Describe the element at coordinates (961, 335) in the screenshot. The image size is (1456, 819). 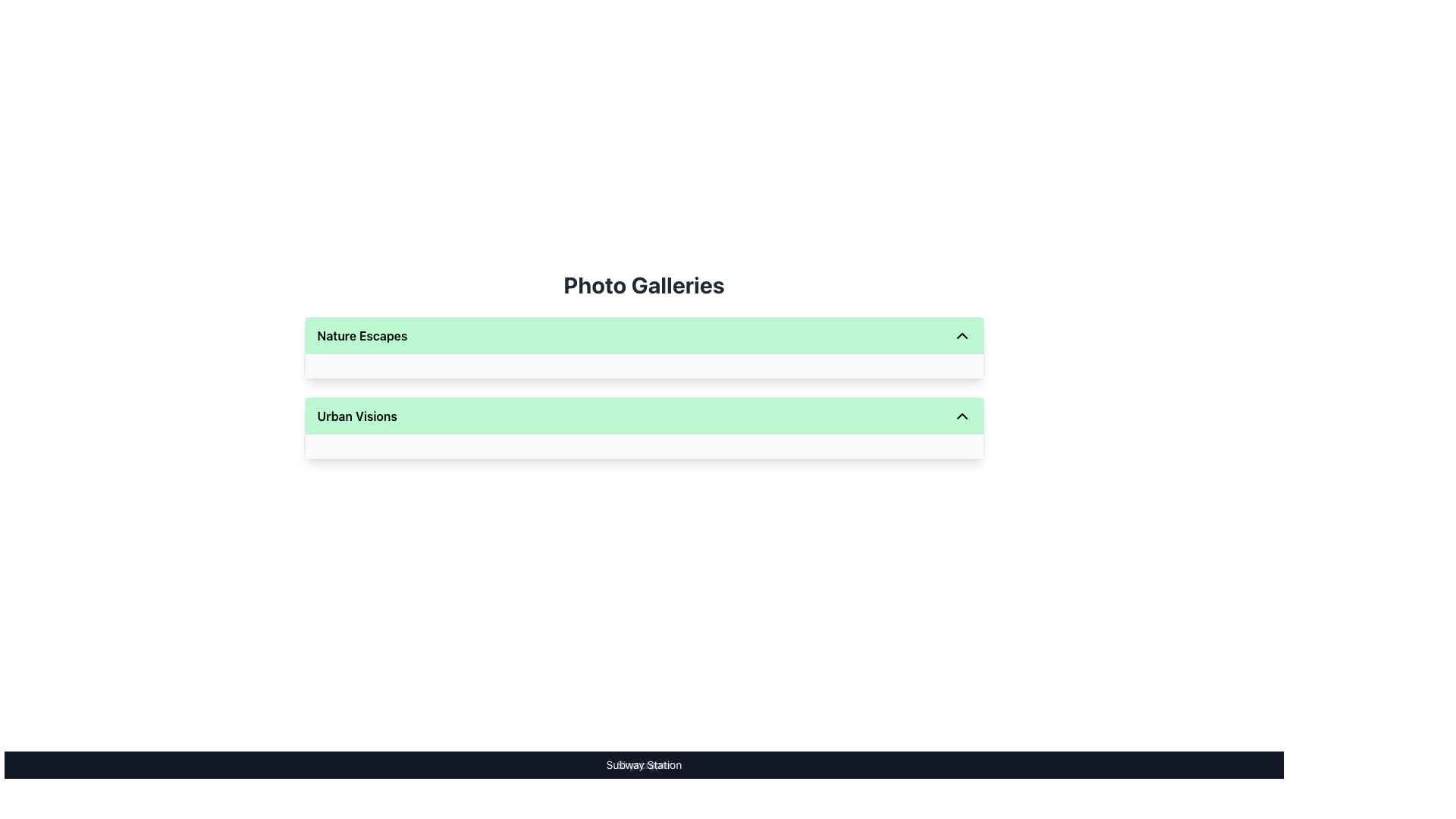
I see `the small upward-pointing chevron icon located towards the rightmost edge of the 'Nature Escapes' button` at that location.